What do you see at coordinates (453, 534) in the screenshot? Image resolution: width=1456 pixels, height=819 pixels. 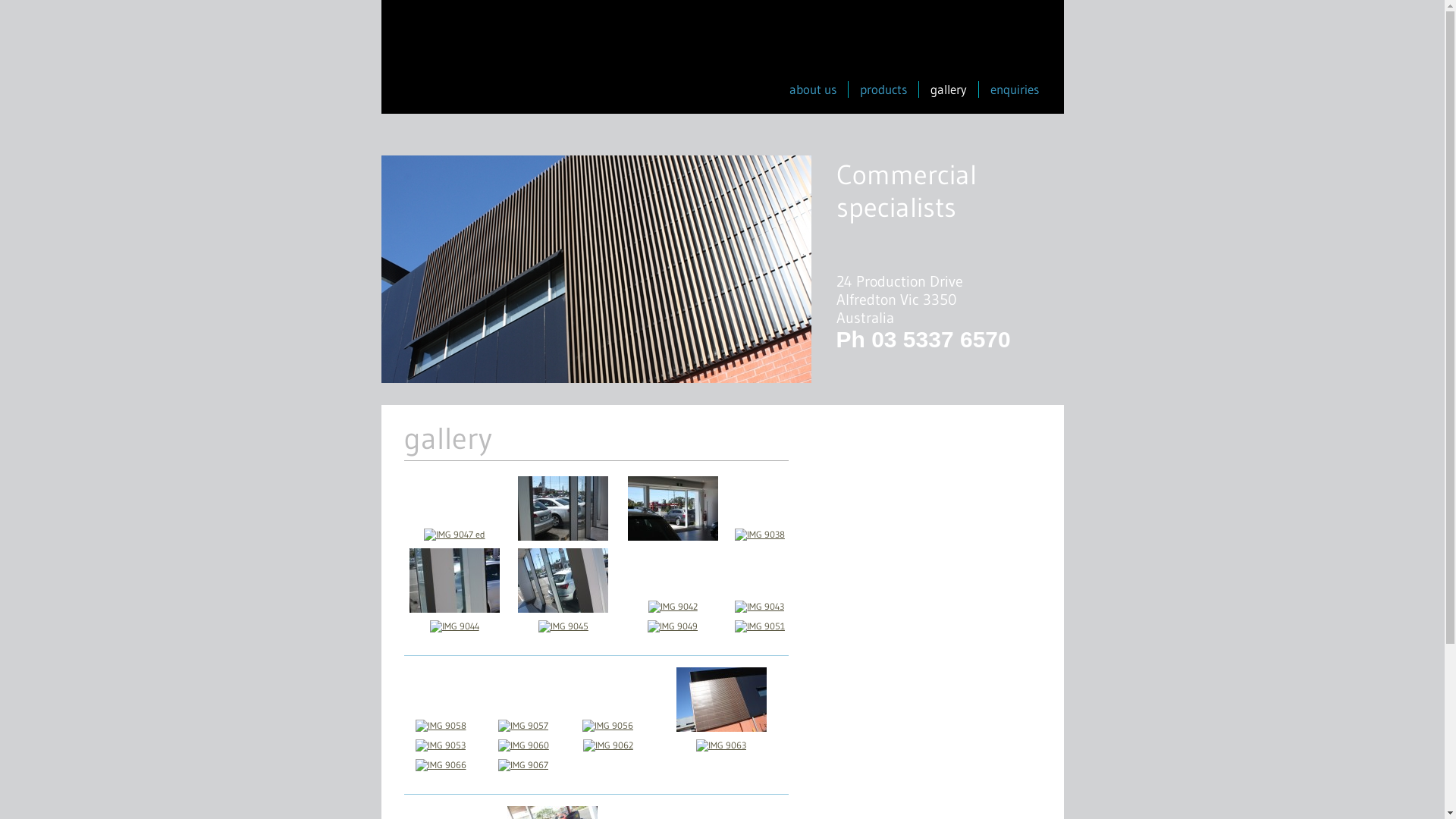 I see `'IMG 9047 ed'` at bounding box center [453, 534].